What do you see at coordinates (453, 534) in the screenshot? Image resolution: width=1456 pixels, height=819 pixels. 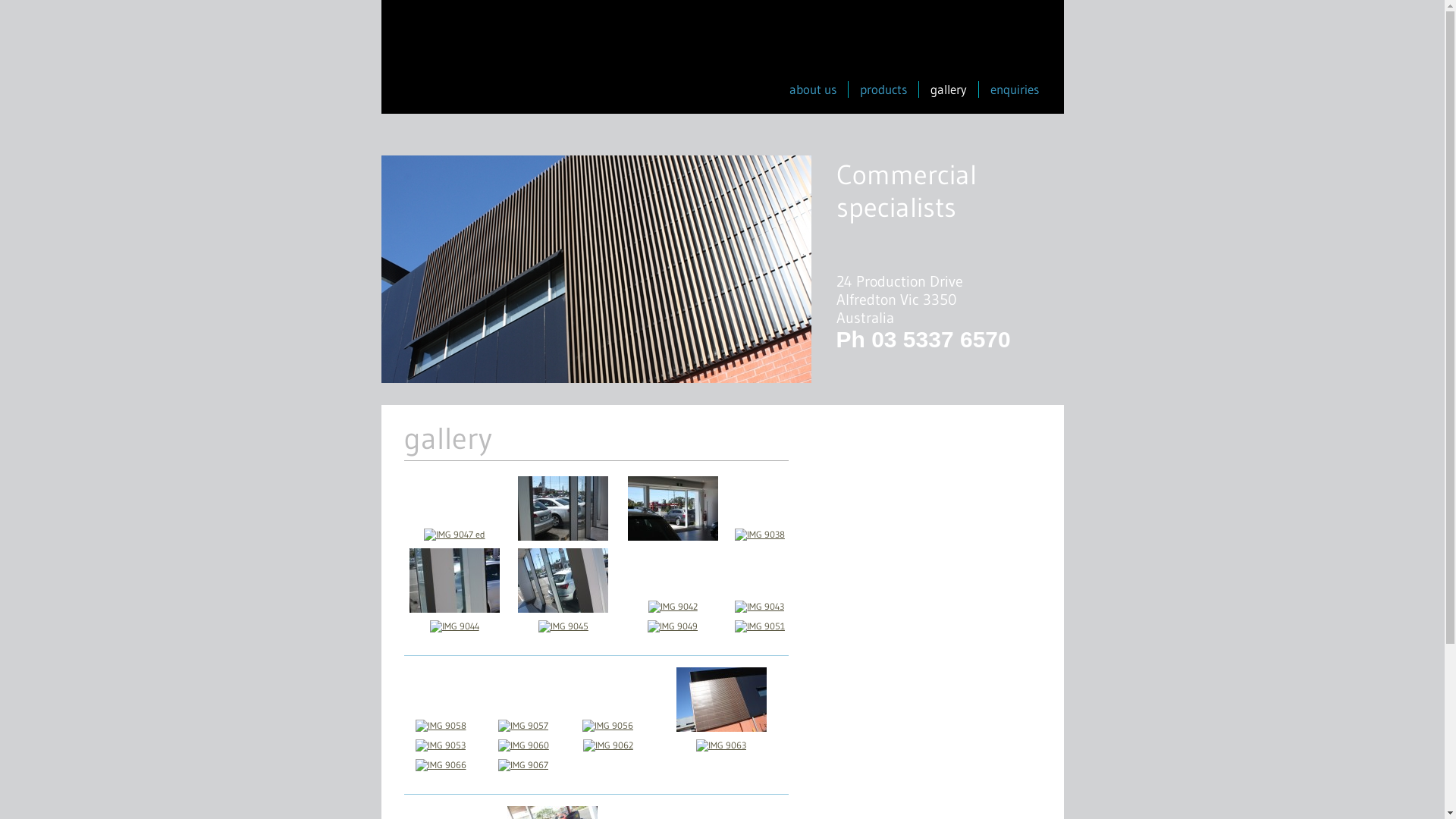 I see `'IMG 9047 ed'` at bounding box center [453, 534].